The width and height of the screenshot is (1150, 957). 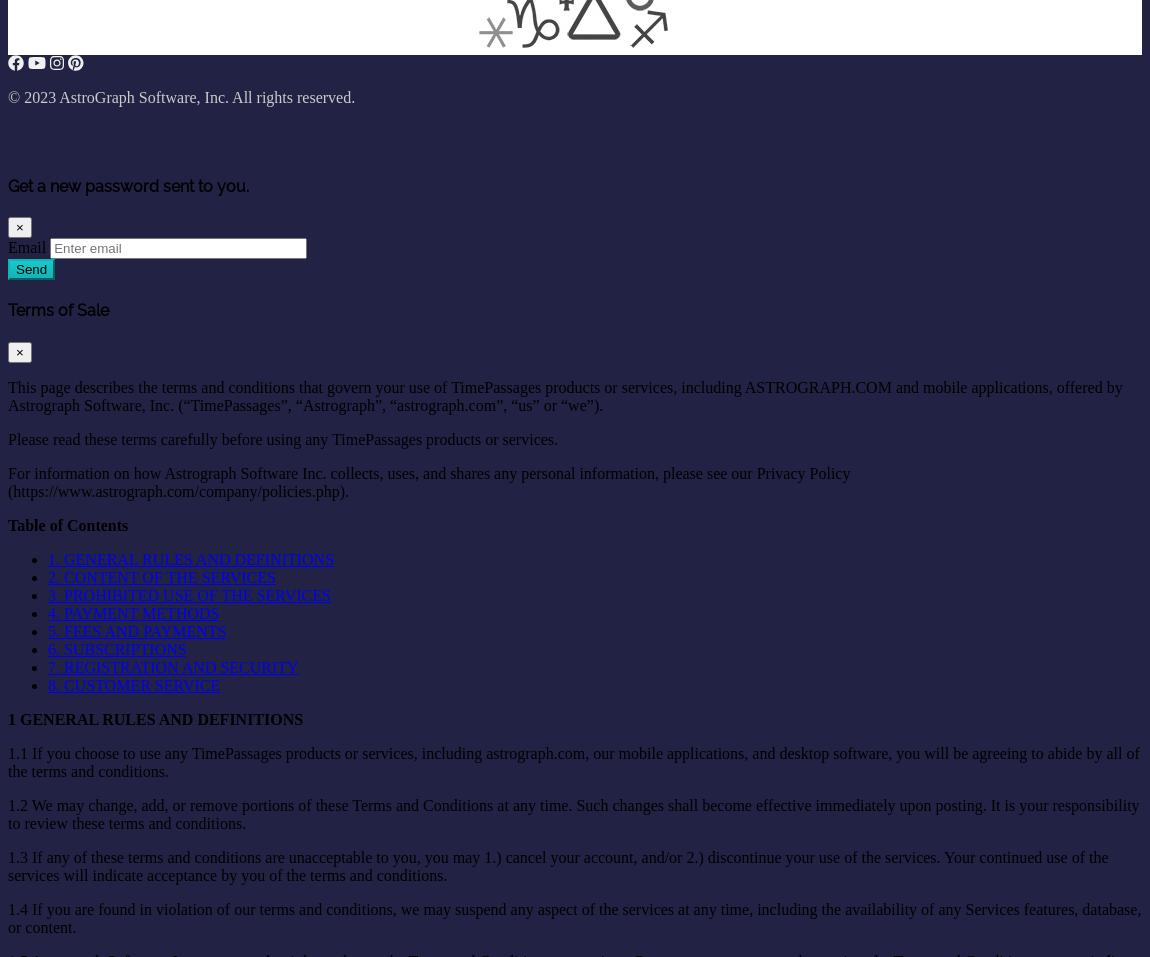 What do you see at coordinates (574, 917) in the screenshot?
I see `'1.4  If you are found in violation of our terms and conditions, we may suspend any aspect of the services at any time, including the availability of any Services features, database, or content.'` at bounding box center [574, 917].